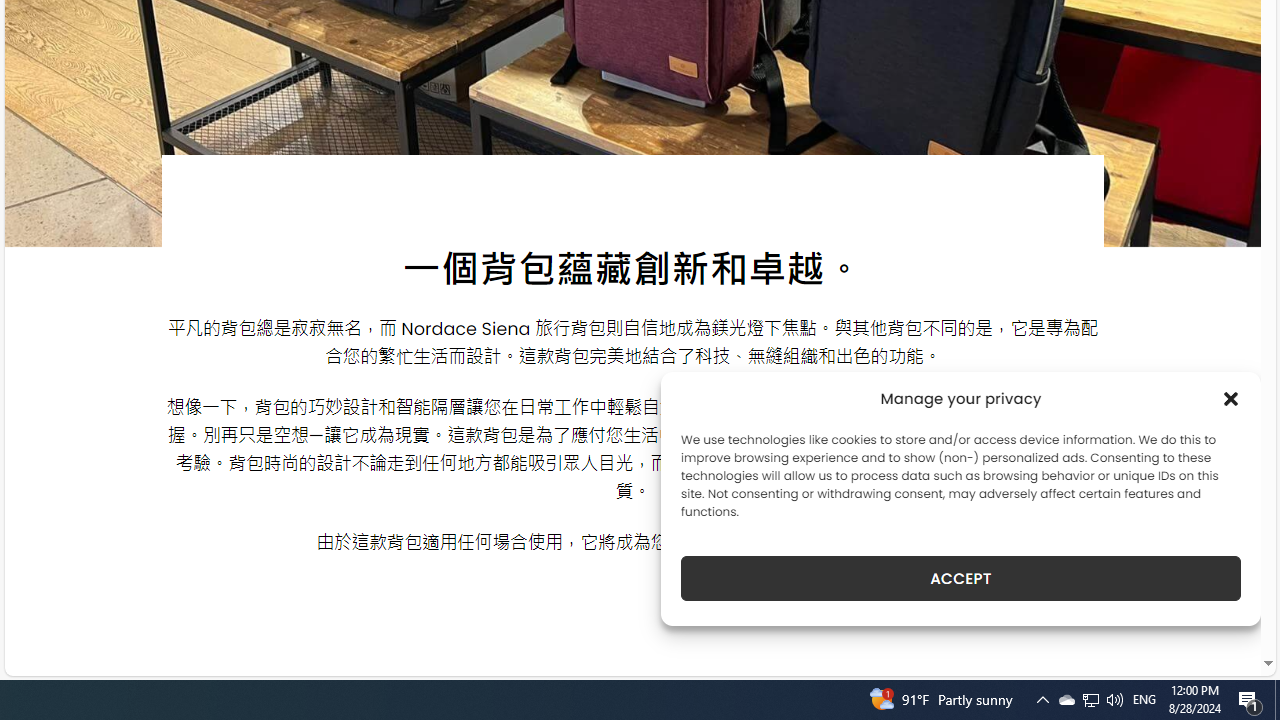 Image resolution: width=1280 pixels, height=720 pixels. Describe the element at coordinates (1230, 398) in the screenshot. I see `'Class: cmplz-close'` at that location.